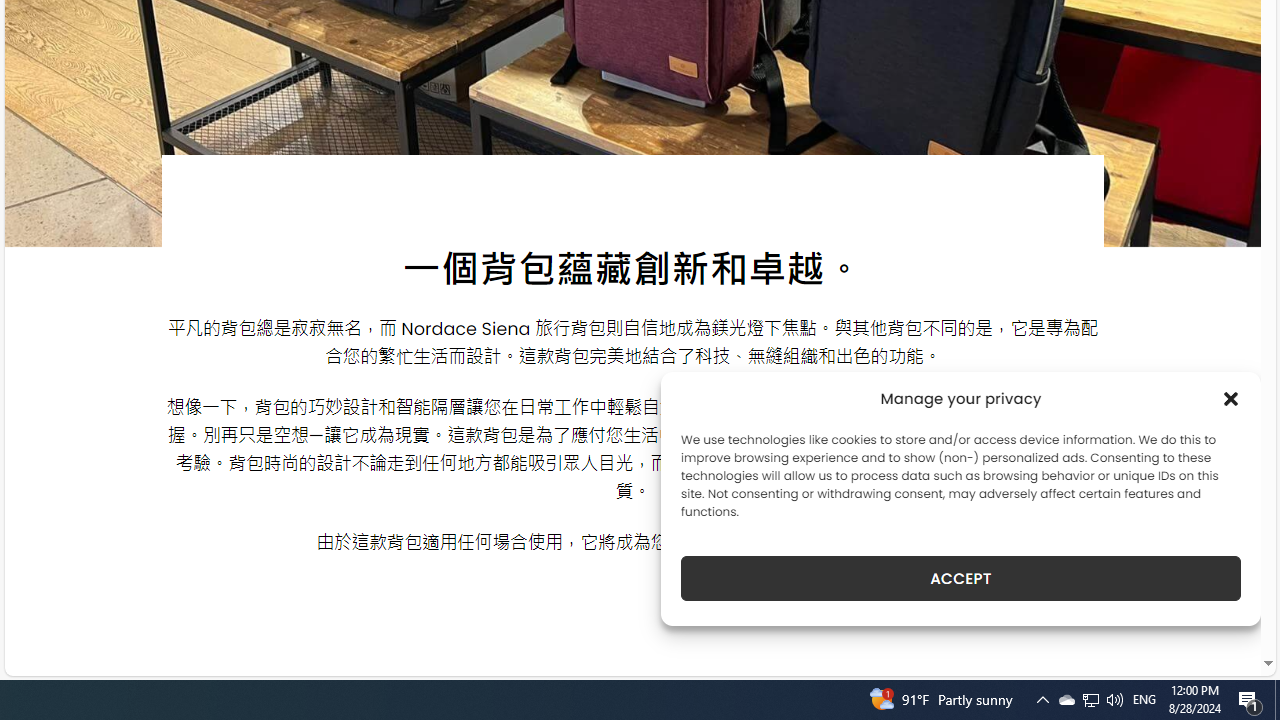 Image resolution: width=1280 pixels, height=720 pixels. Describe the element at coordinates (1230, 398) in the screenshot. I see `'Class: cmplz-close'` at that location.